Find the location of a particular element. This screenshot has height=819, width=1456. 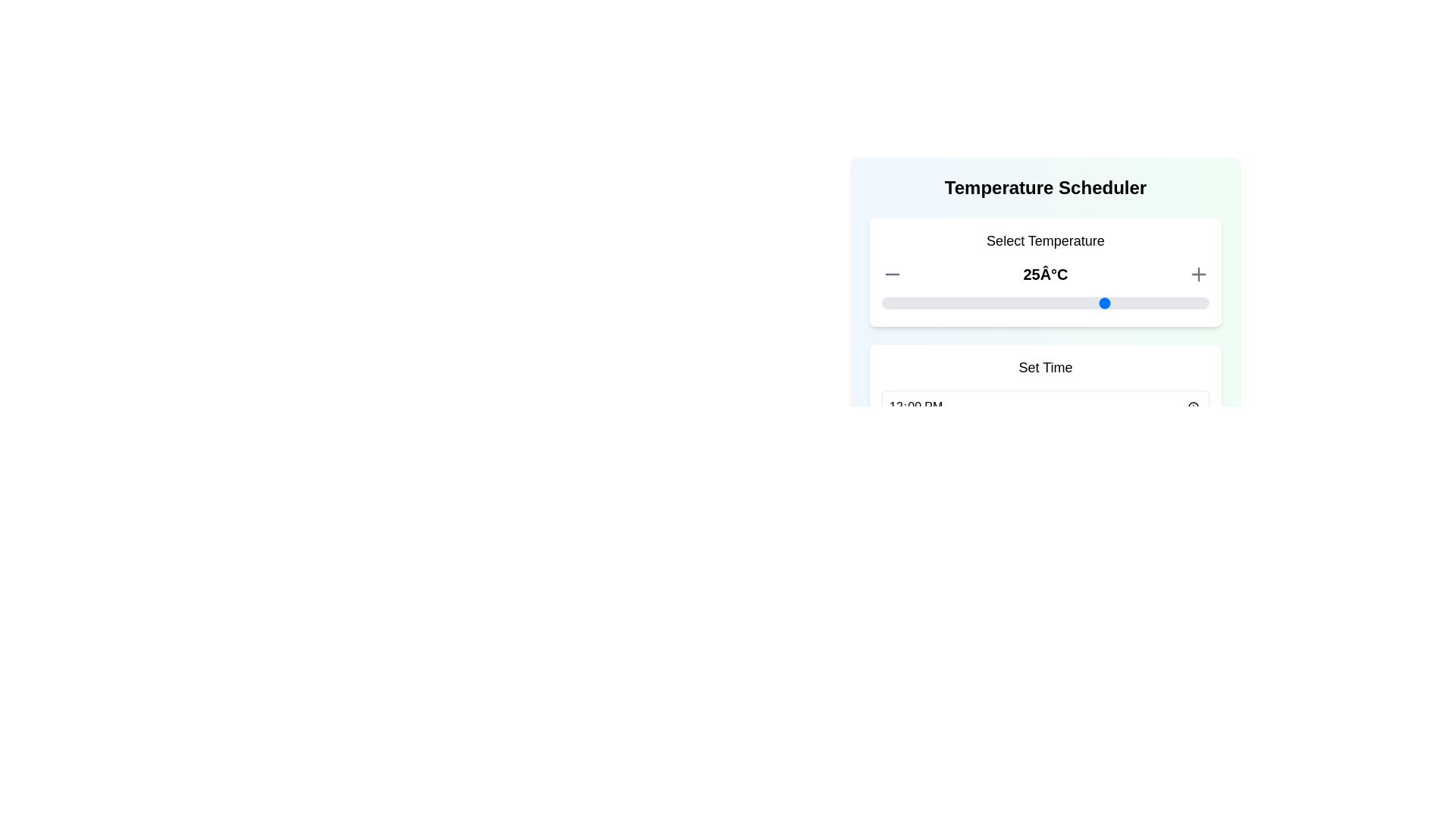

the temperature slider is located at coordinates (1111, 303).